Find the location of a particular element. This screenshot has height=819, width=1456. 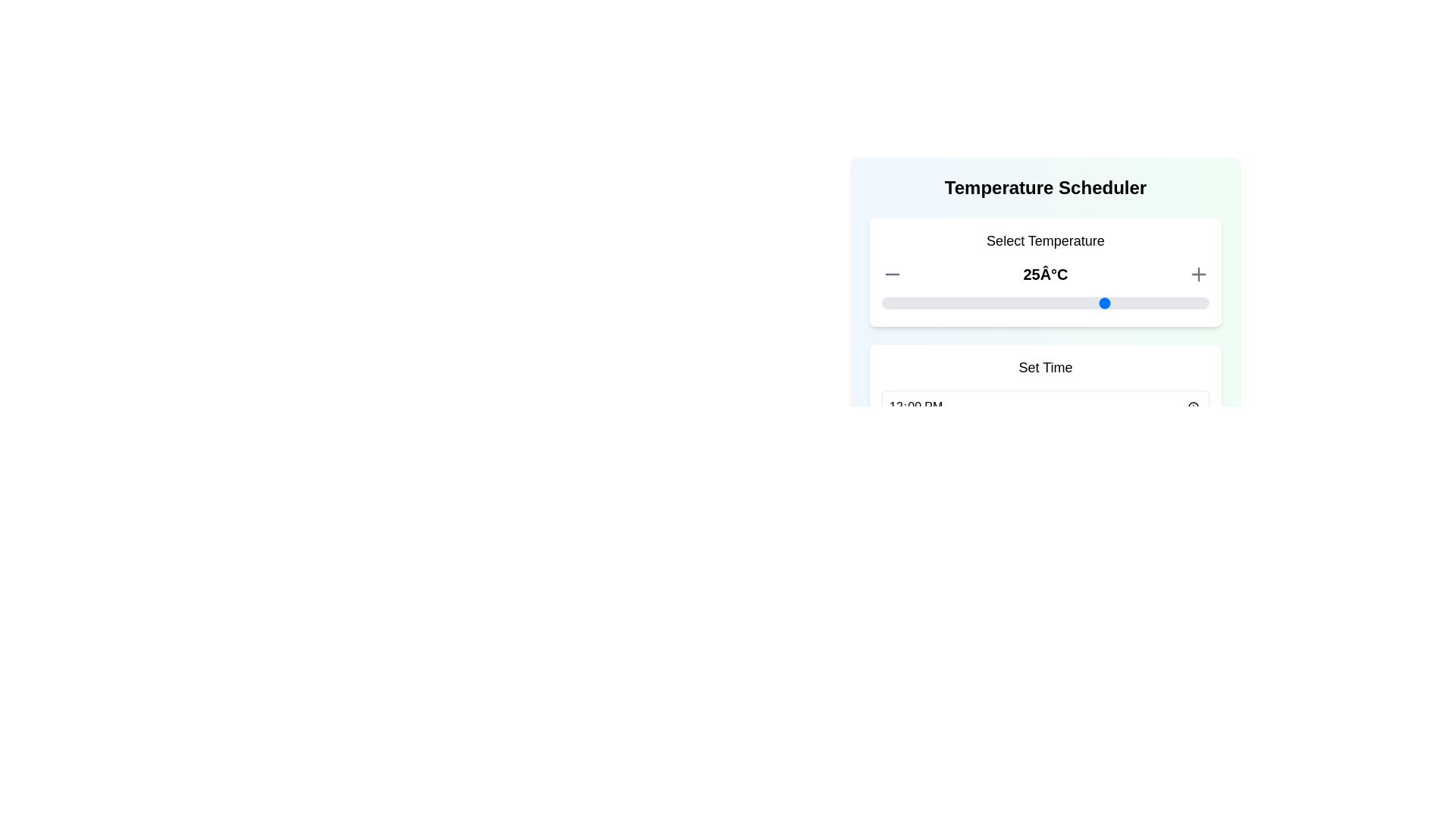

the temperature slider is located at coordinates (1111, 303).